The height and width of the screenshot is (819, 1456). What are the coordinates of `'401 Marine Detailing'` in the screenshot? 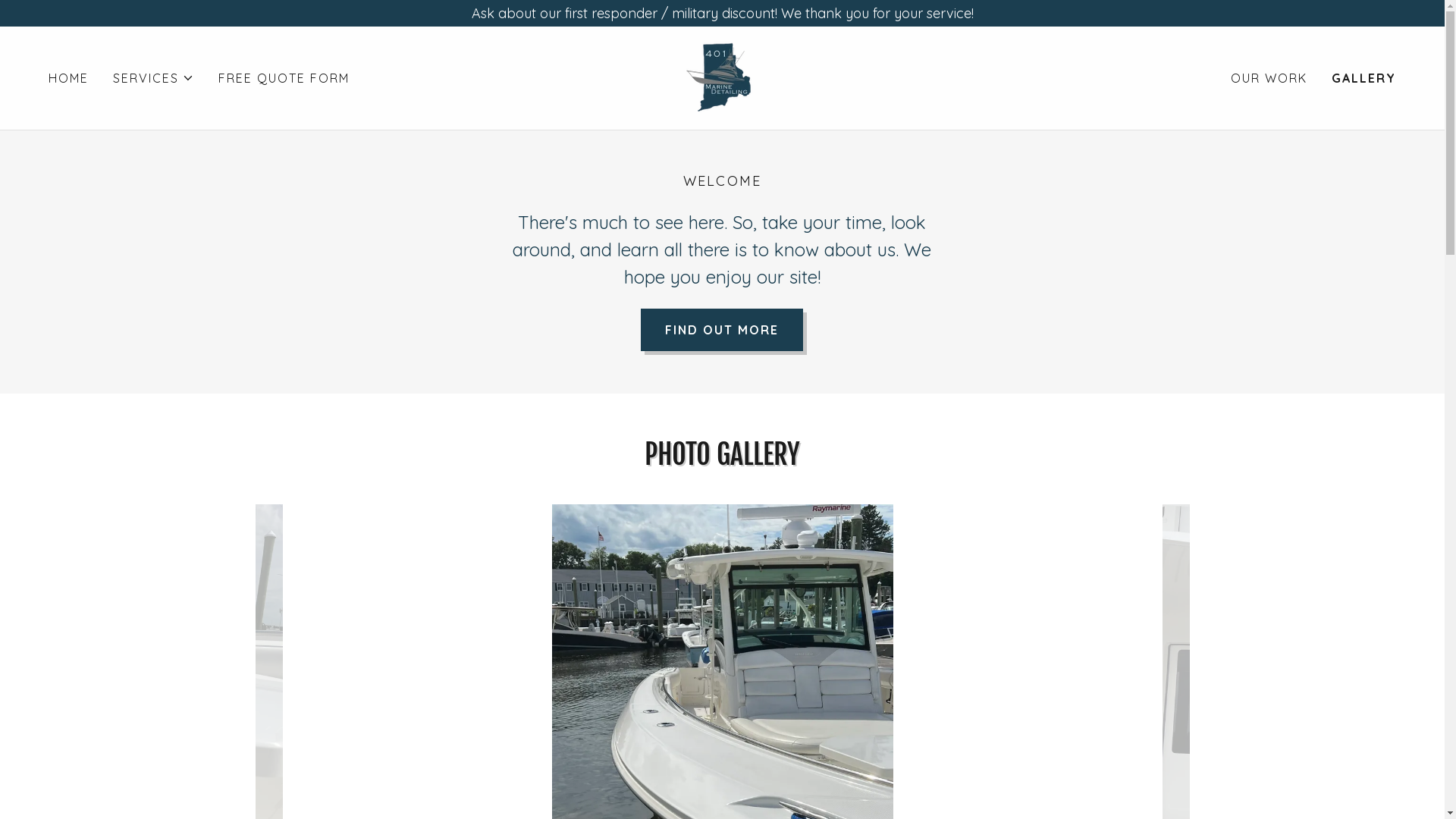 It's located at (720, 77).